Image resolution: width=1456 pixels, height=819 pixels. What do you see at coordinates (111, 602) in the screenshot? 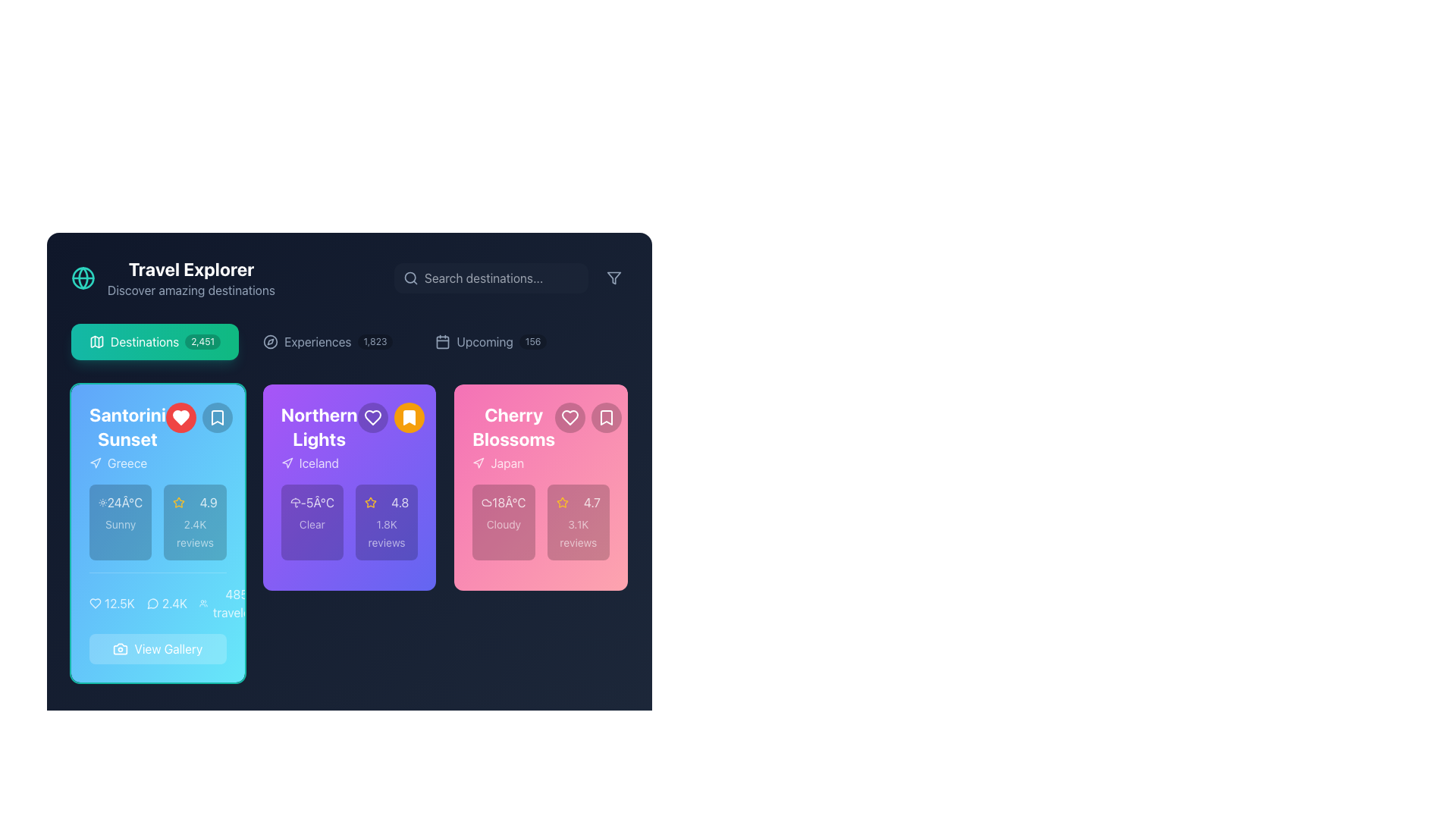
I see `the metric displayed by the icon-text combination showing '12.5K' for the 'Santorini Sunset' entry, which is the first item in a horizontal sequence` at bounding box center [111, 602].